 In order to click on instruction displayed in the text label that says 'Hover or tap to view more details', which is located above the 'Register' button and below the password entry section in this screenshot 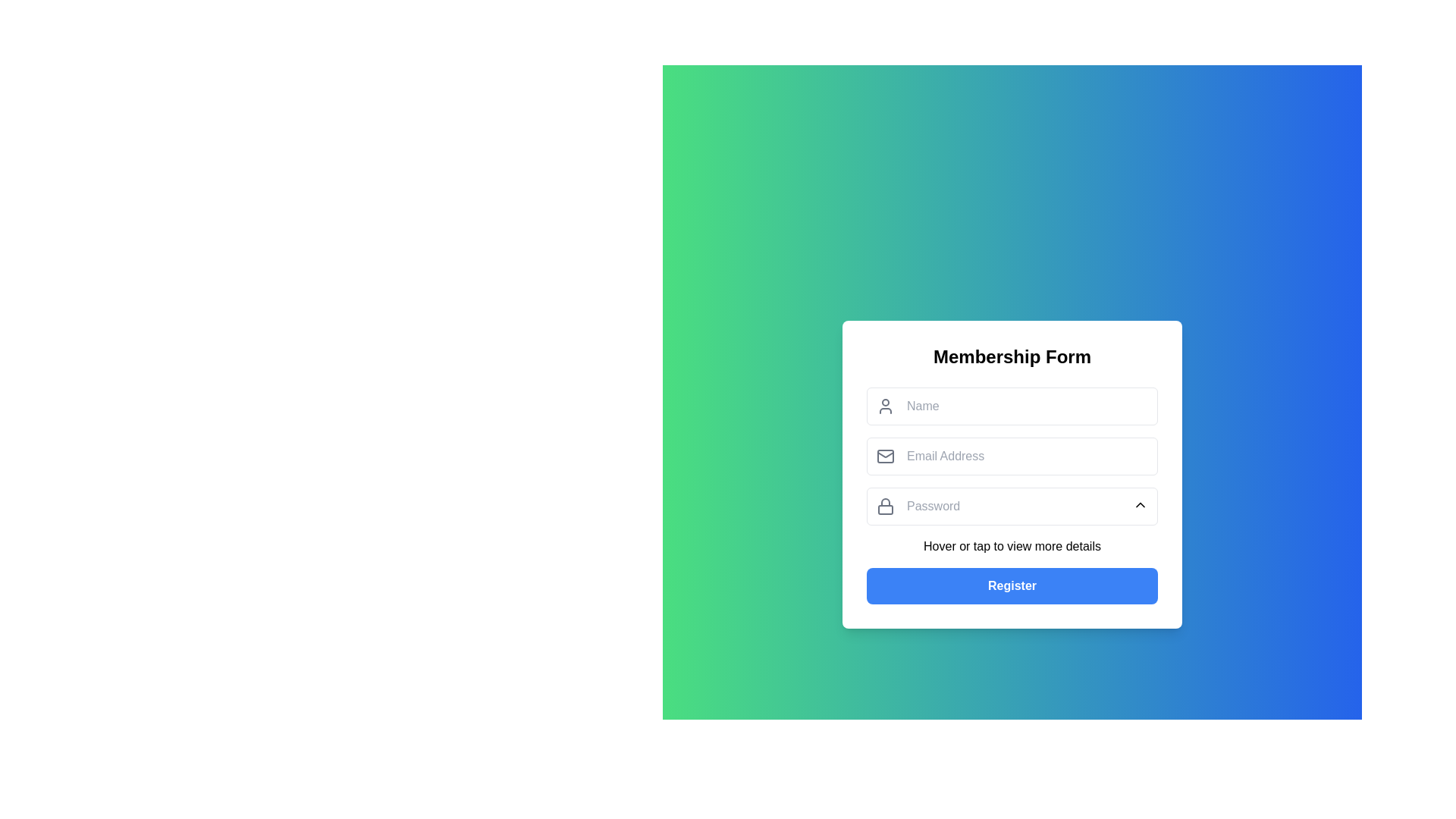, I will do `click(1012, 547)`.